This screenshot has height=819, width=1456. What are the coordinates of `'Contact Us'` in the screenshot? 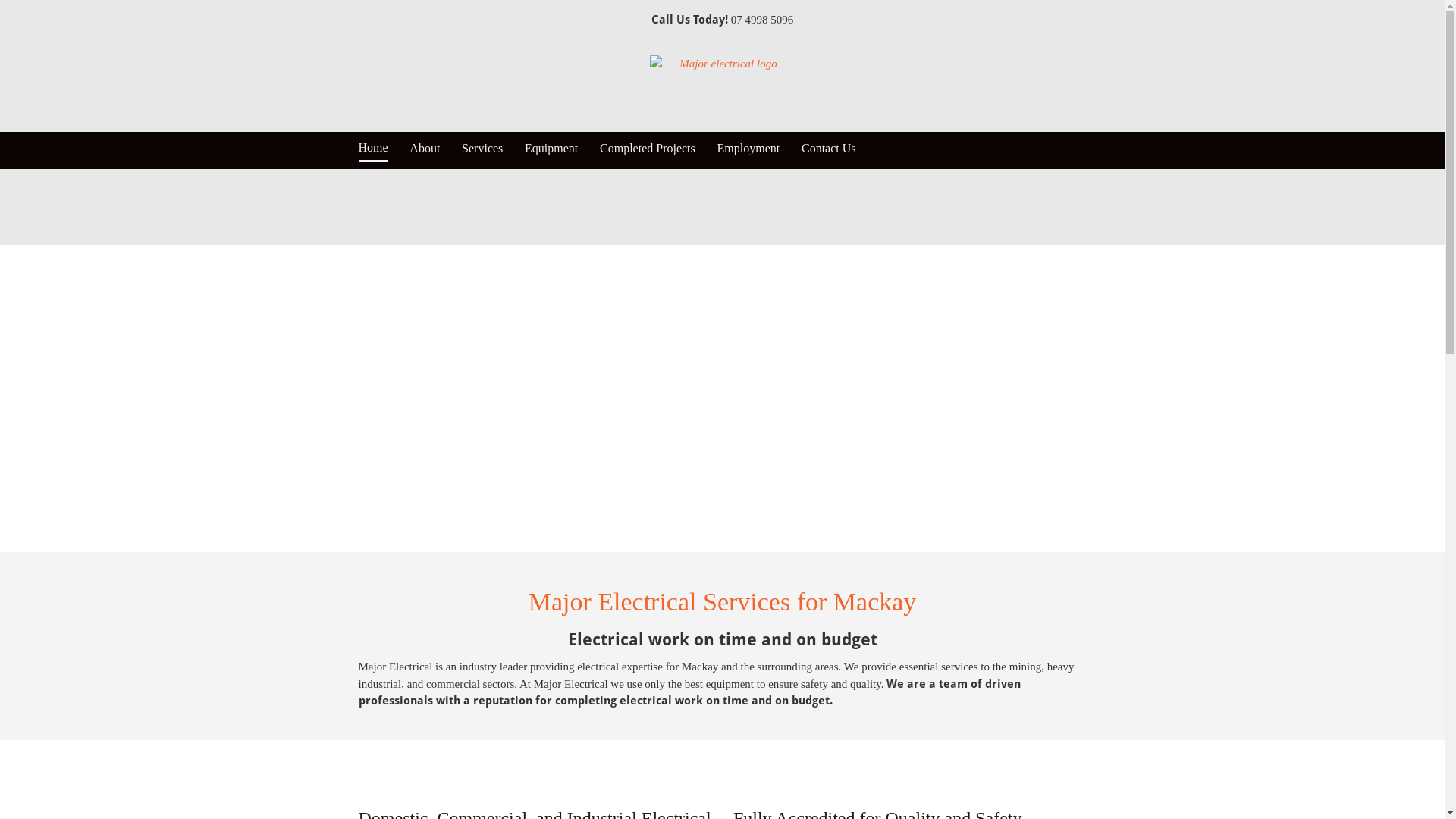 It's located at (828, 149).